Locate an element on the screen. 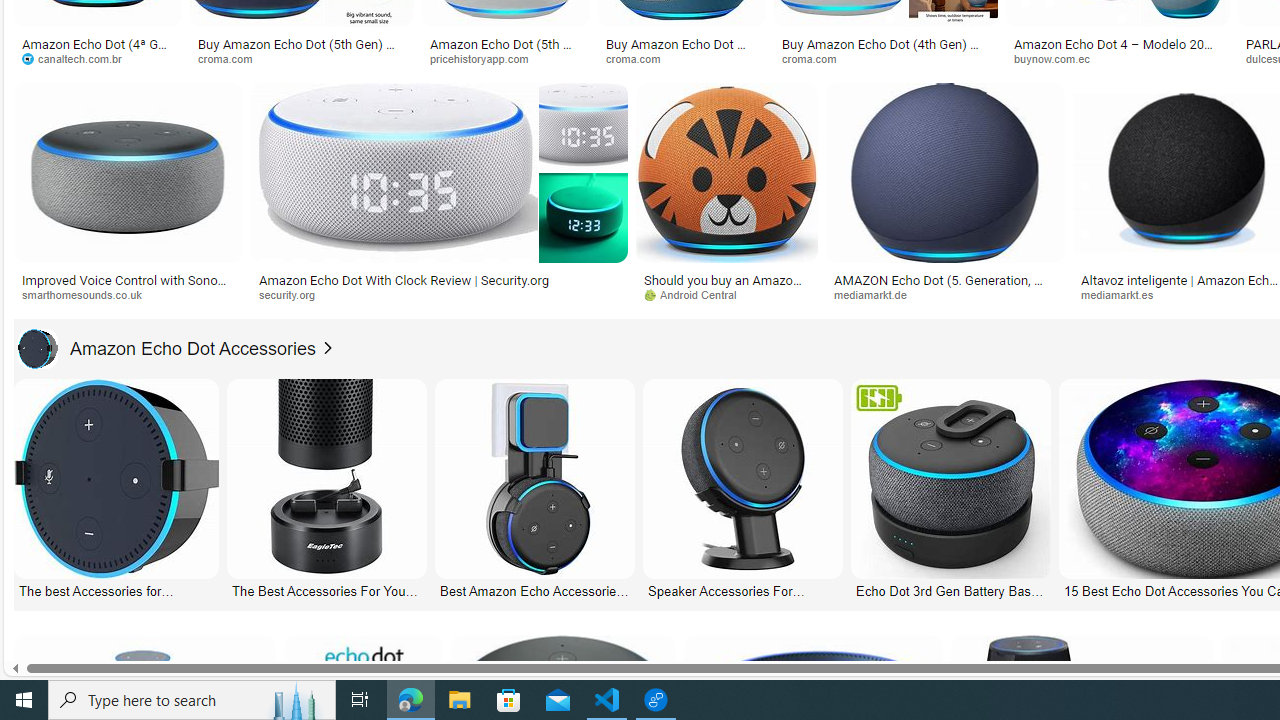  'security.org' is located at coordinates (438, 295).